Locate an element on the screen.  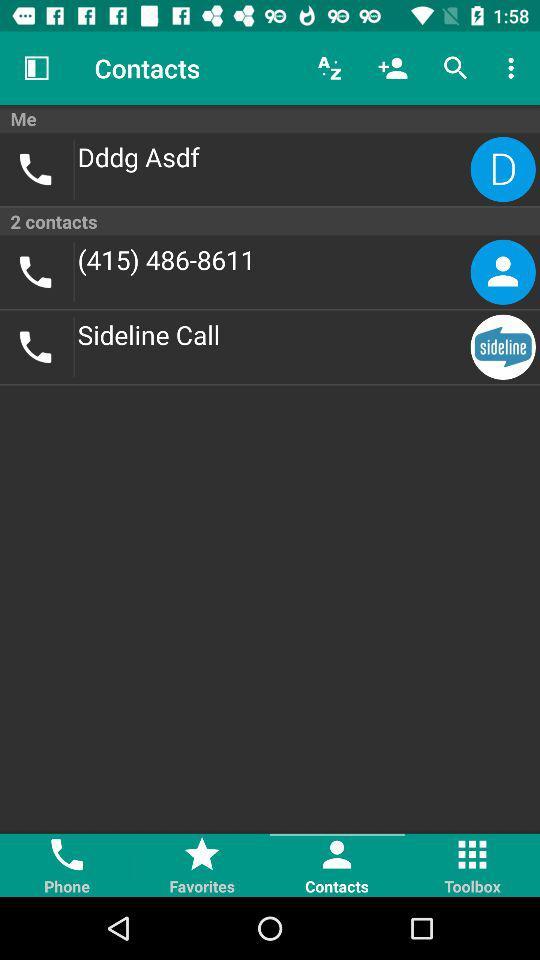
item above the me item is located at coordinates (36, 68).